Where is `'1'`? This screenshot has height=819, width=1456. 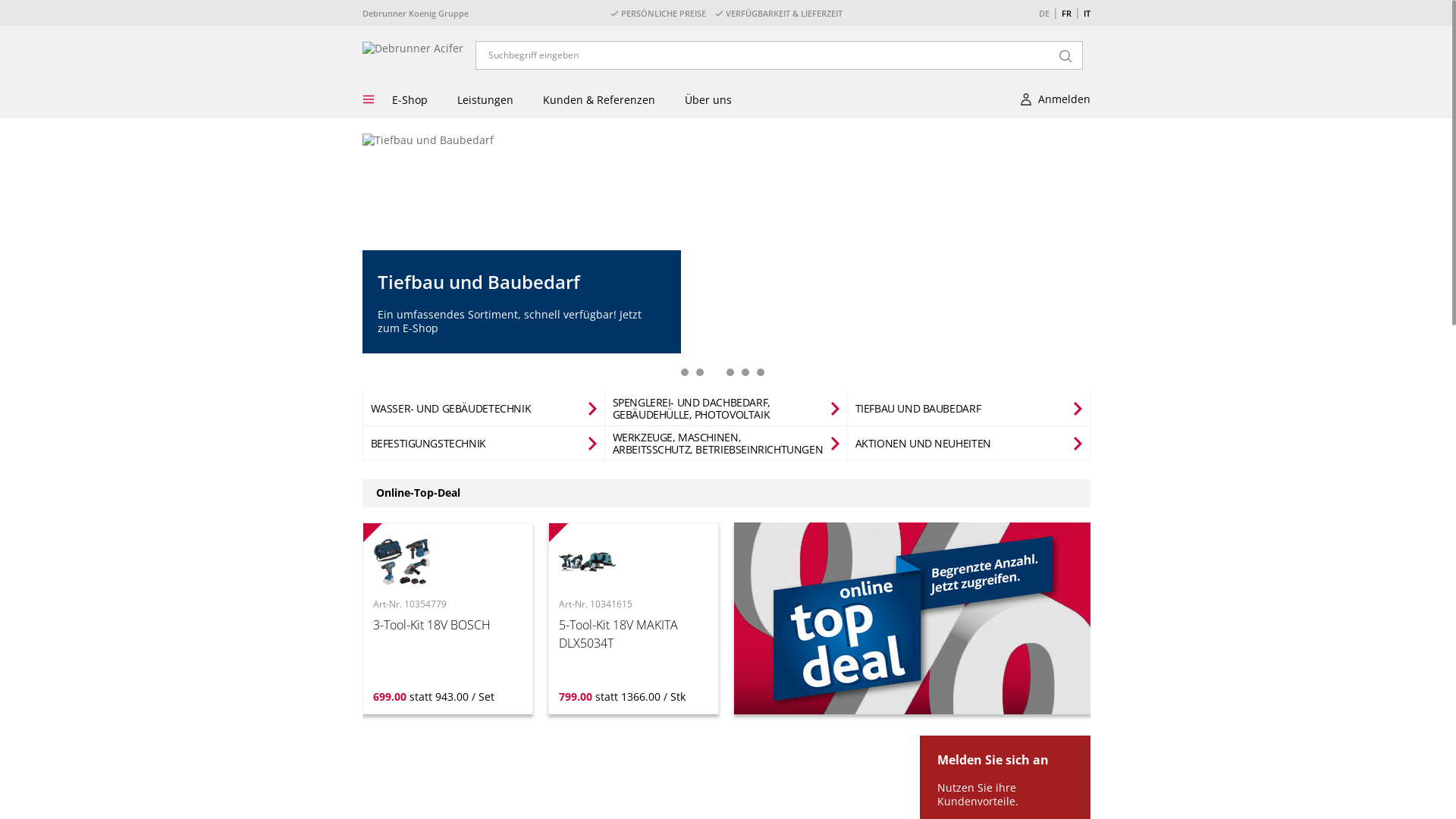 '1' is located at coordinates (683, 372).